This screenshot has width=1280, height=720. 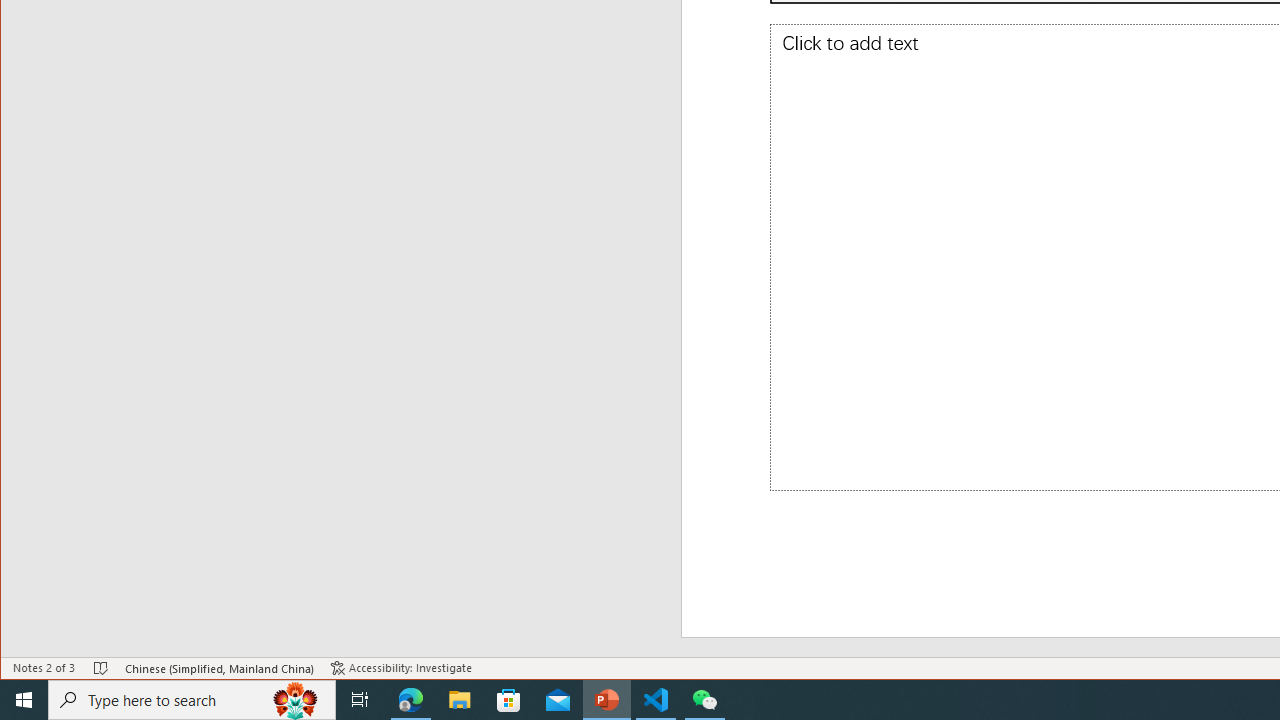 What do you see at coordinates (705, 698) in the screenshot?
I see `'WeChat - 1 running window'` at bounding box center [705, 698].